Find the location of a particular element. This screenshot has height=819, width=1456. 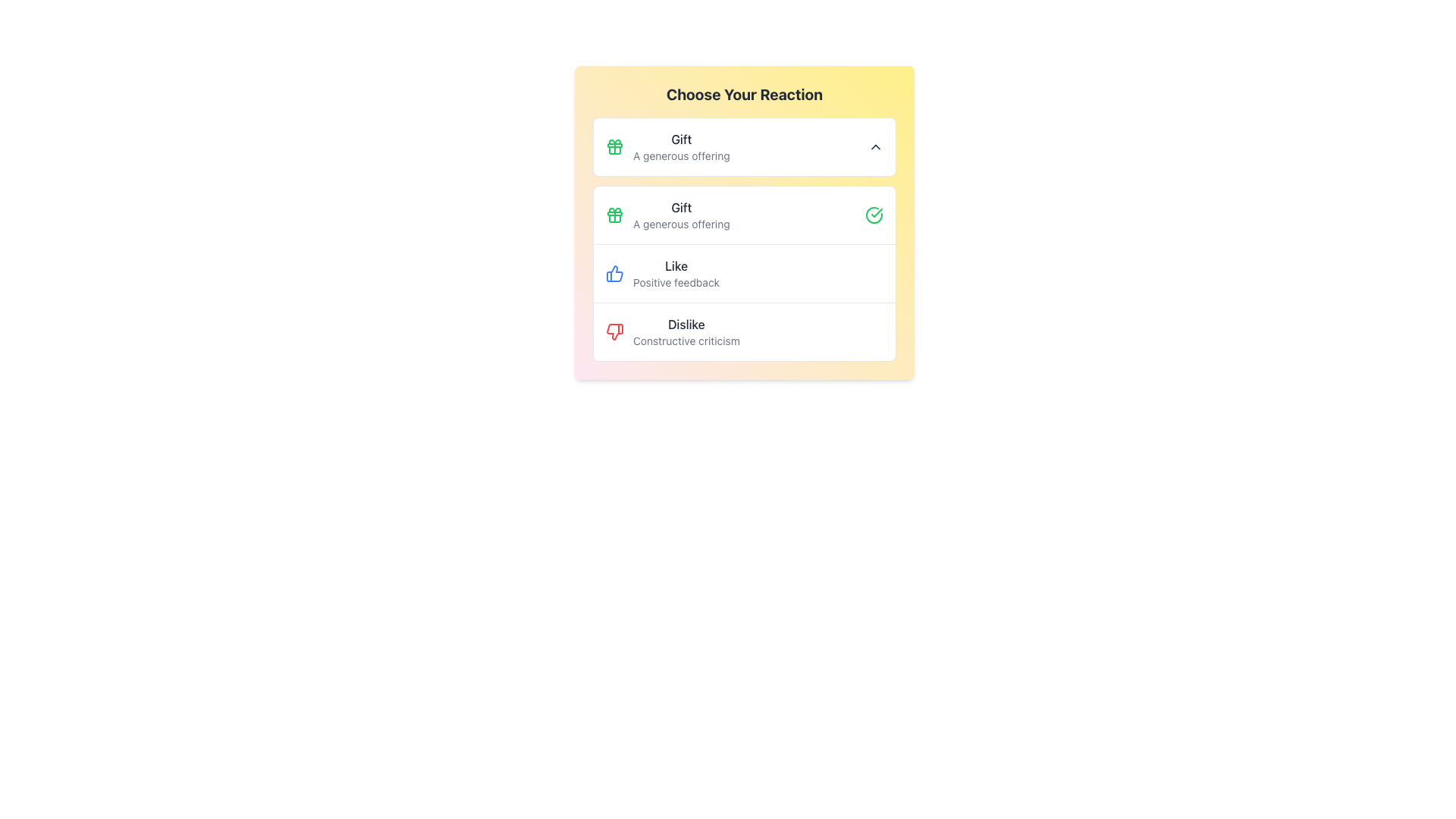

the 'Dislike' option with the text 'Constructive criticism' is located at coordinates (686, 331).